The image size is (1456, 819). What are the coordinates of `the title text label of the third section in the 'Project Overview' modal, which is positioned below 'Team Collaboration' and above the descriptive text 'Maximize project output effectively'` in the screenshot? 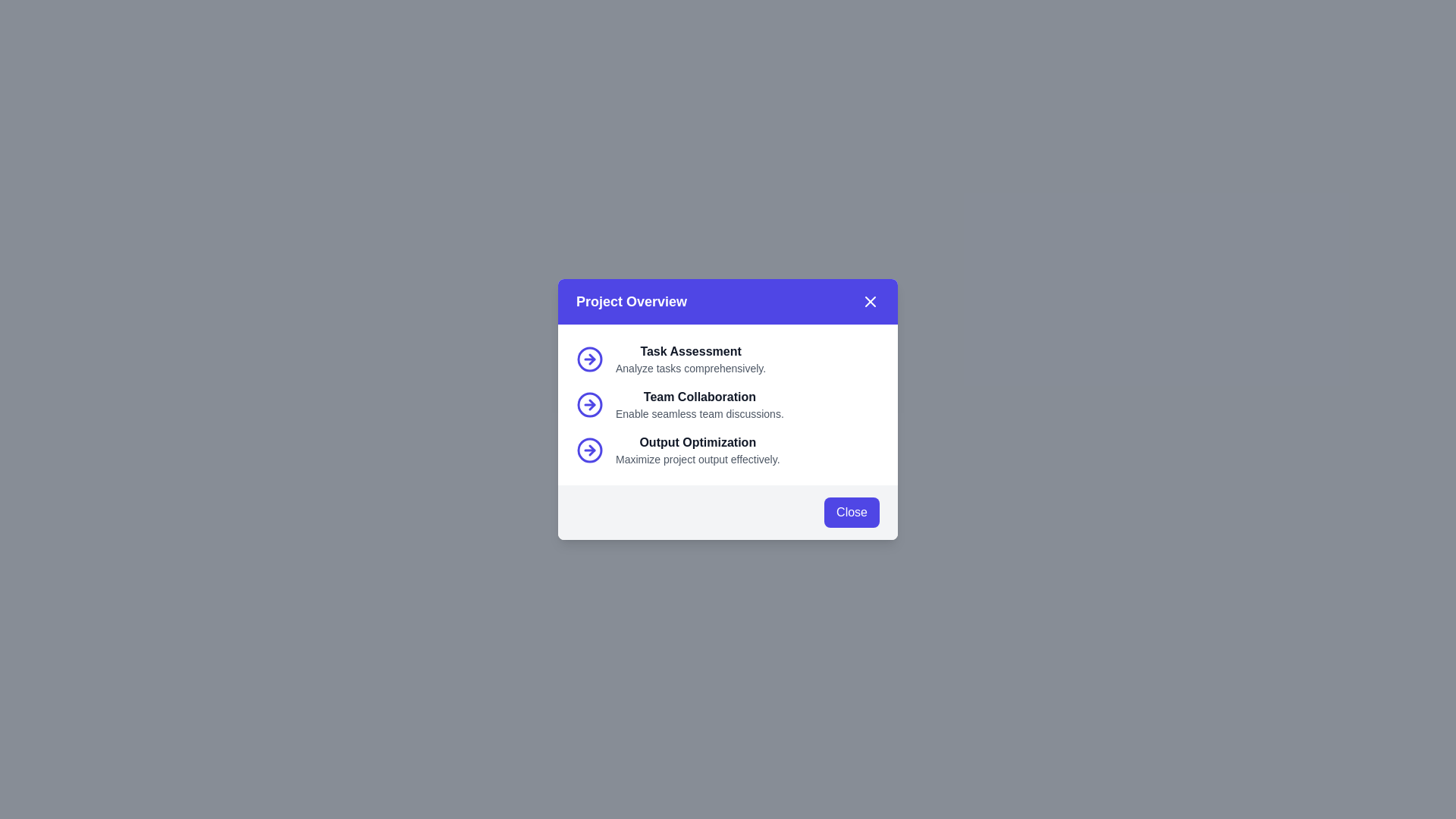 It's located at (697, 442).